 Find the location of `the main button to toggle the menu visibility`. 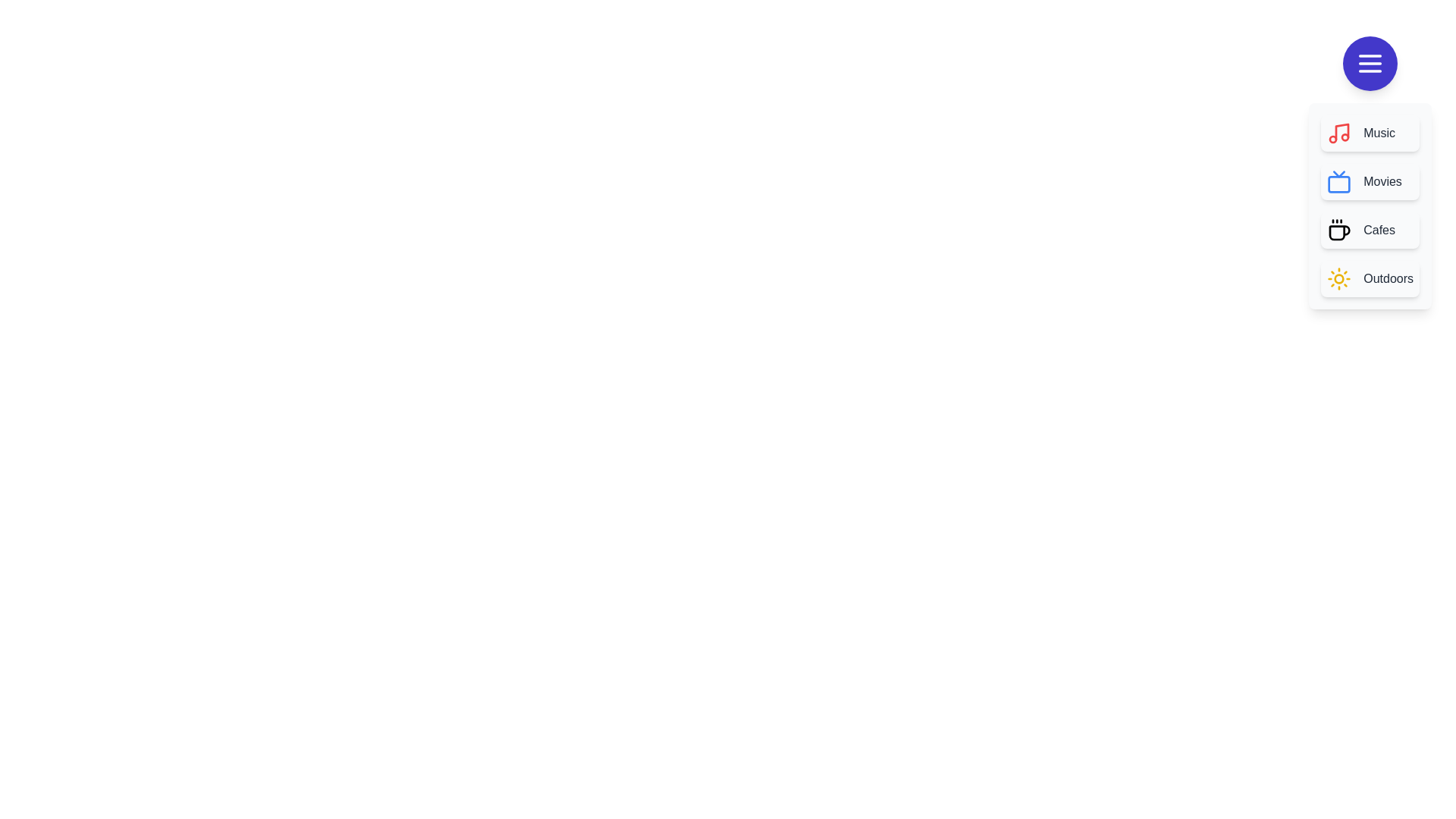

the main button to toggle the menu visibility is located at coordinates (1370, 63).